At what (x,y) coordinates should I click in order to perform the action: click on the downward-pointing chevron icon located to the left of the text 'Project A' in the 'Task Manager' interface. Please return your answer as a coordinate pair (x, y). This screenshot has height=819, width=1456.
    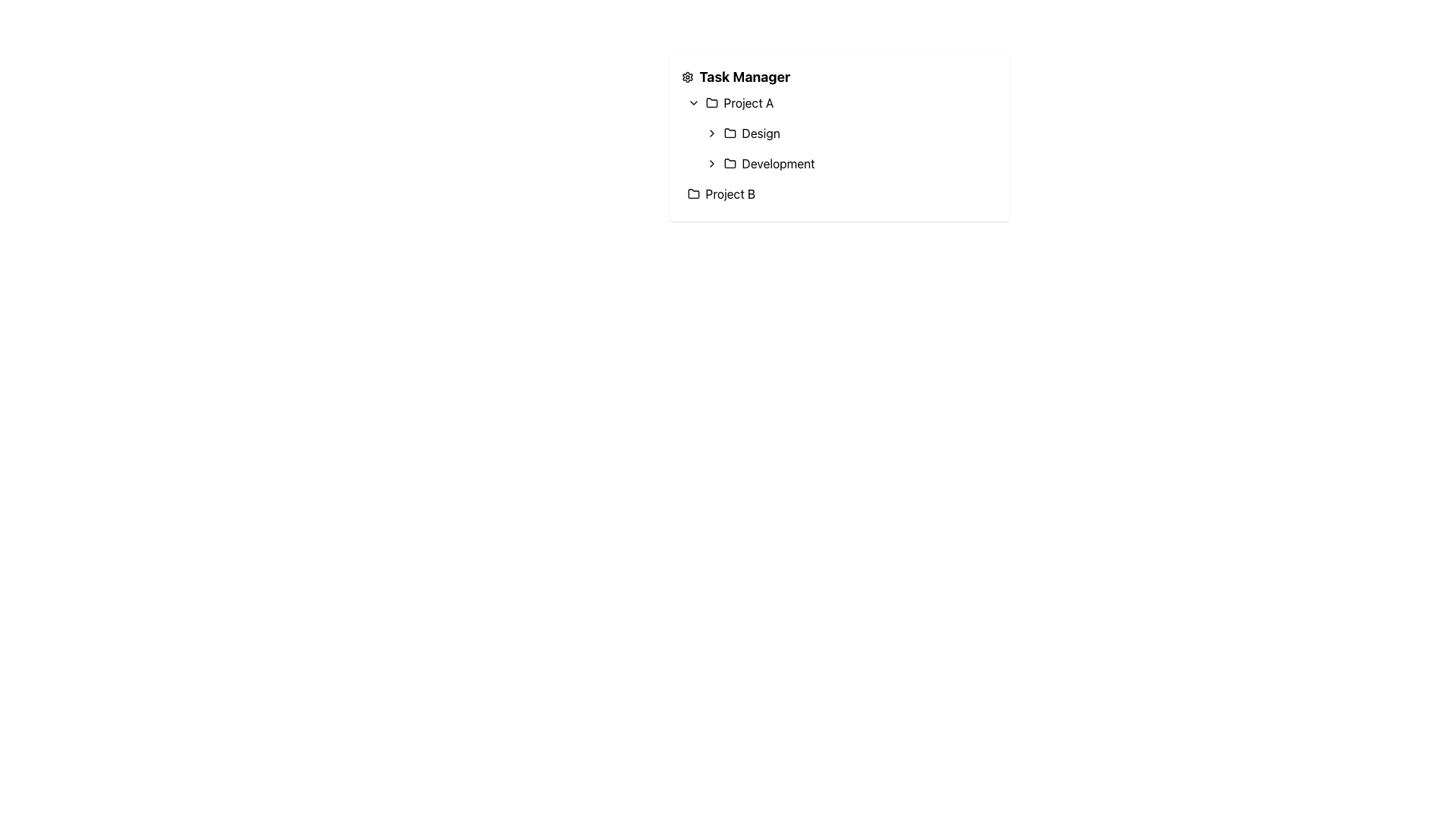
    Looking at the image, I should click on (692, 102).